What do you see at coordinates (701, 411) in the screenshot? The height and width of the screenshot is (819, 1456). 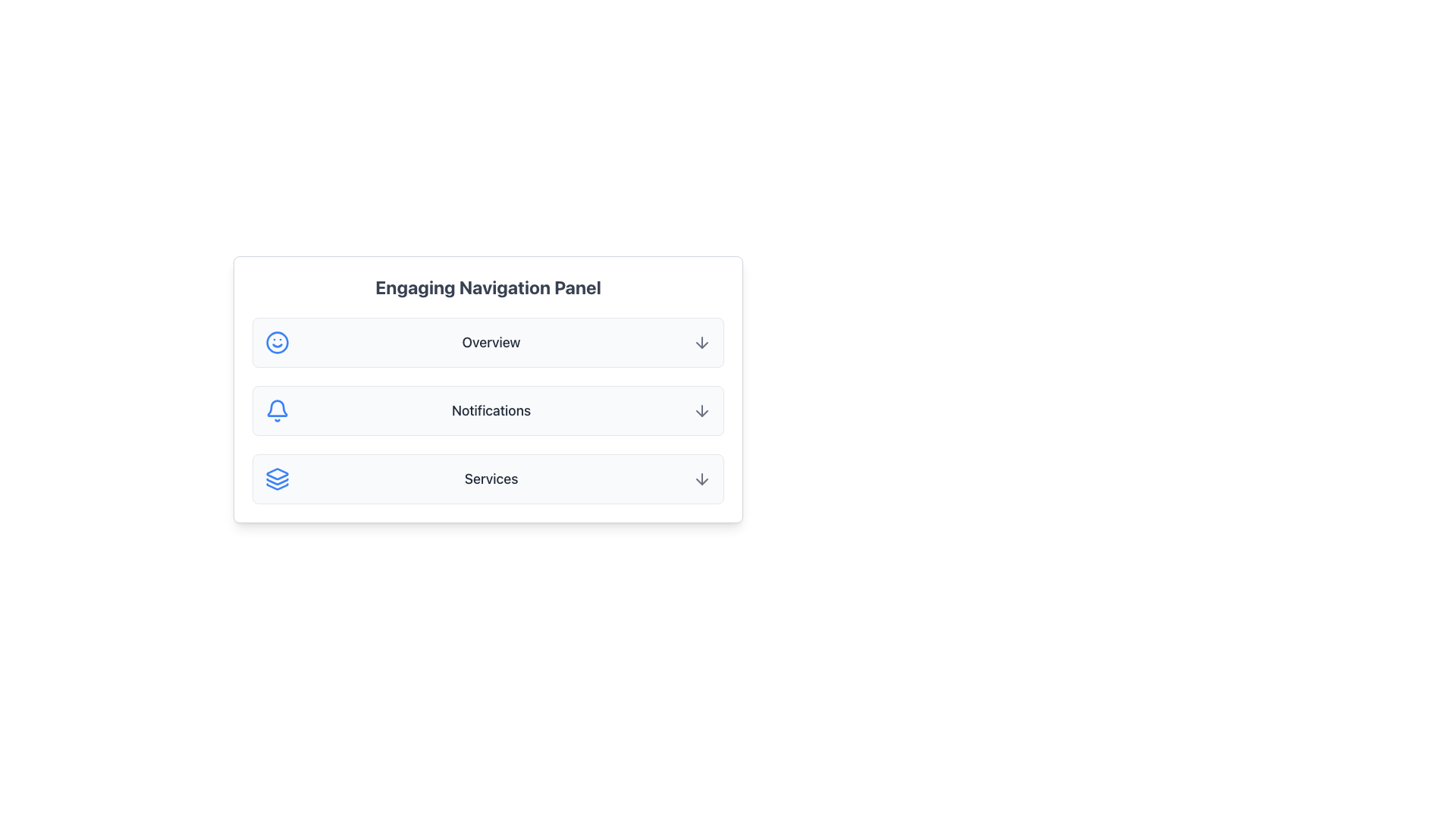 I see `the arrow icon located to the right of the 'Notifications' text` at bounding box center [701, 411].